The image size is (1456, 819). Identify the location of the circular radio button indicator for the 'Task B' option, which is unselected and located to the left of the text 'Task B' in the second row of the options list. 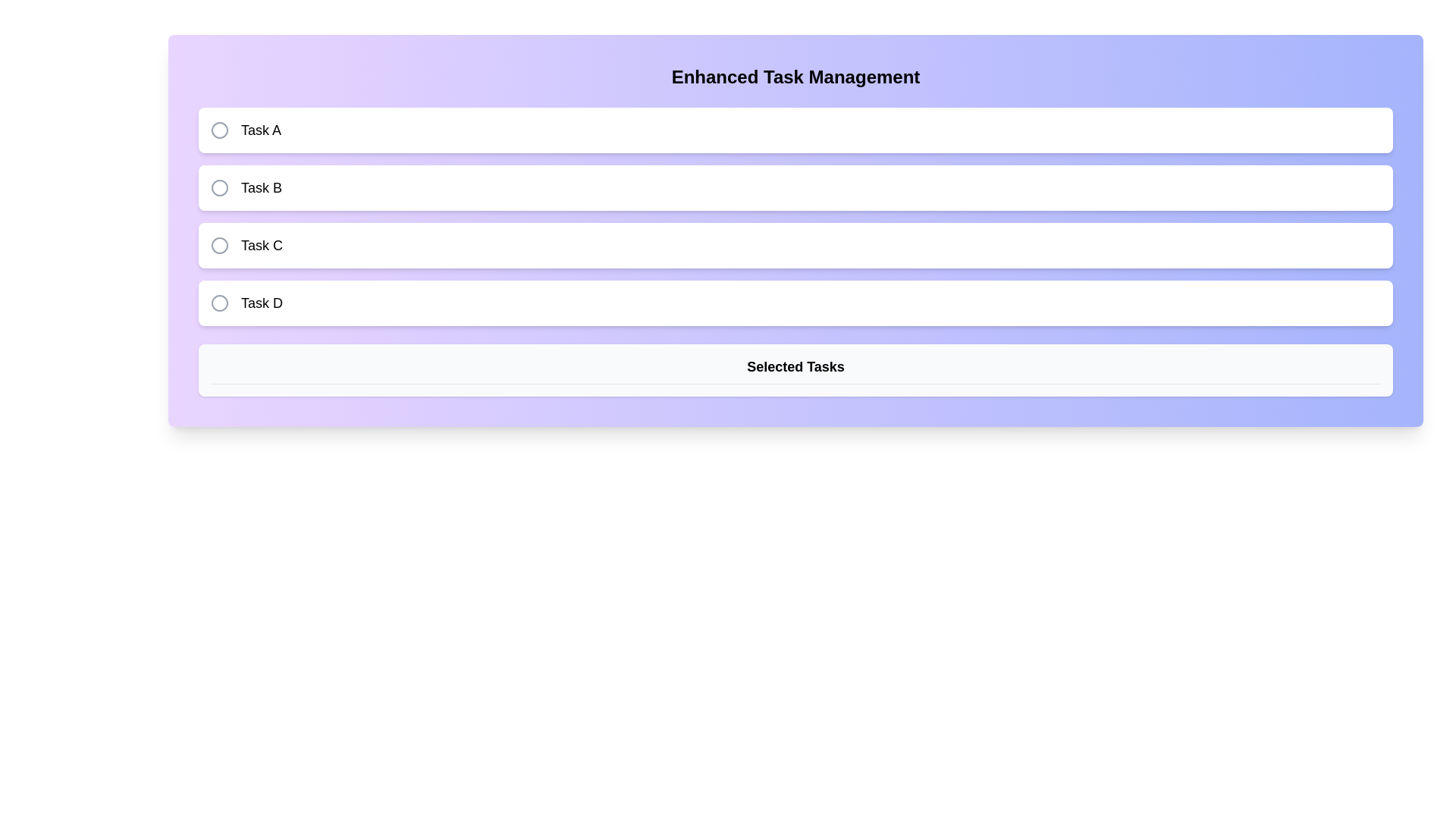
(218, 187).